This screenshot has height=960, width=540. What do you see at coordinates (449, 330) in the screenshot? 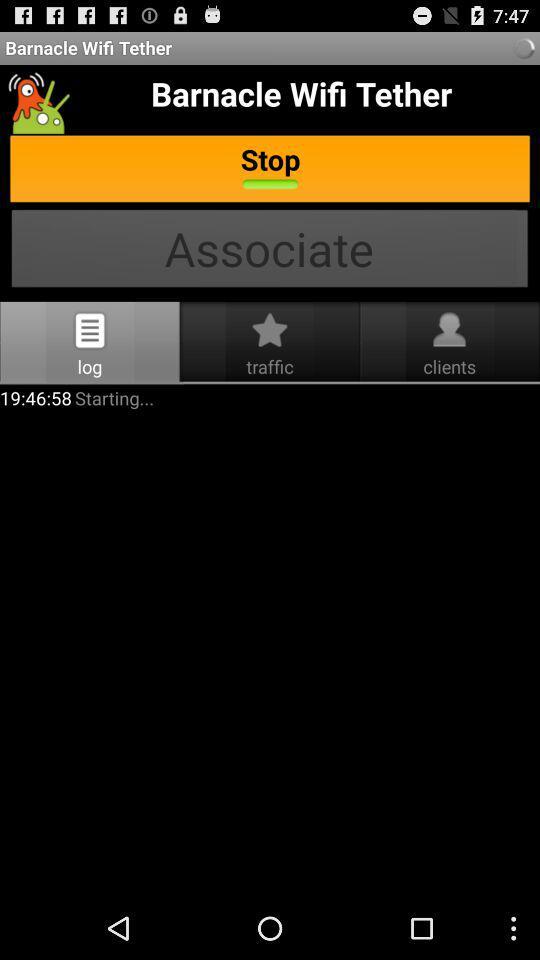
I see `clients beside traffic` at bounding box center [449, 330].